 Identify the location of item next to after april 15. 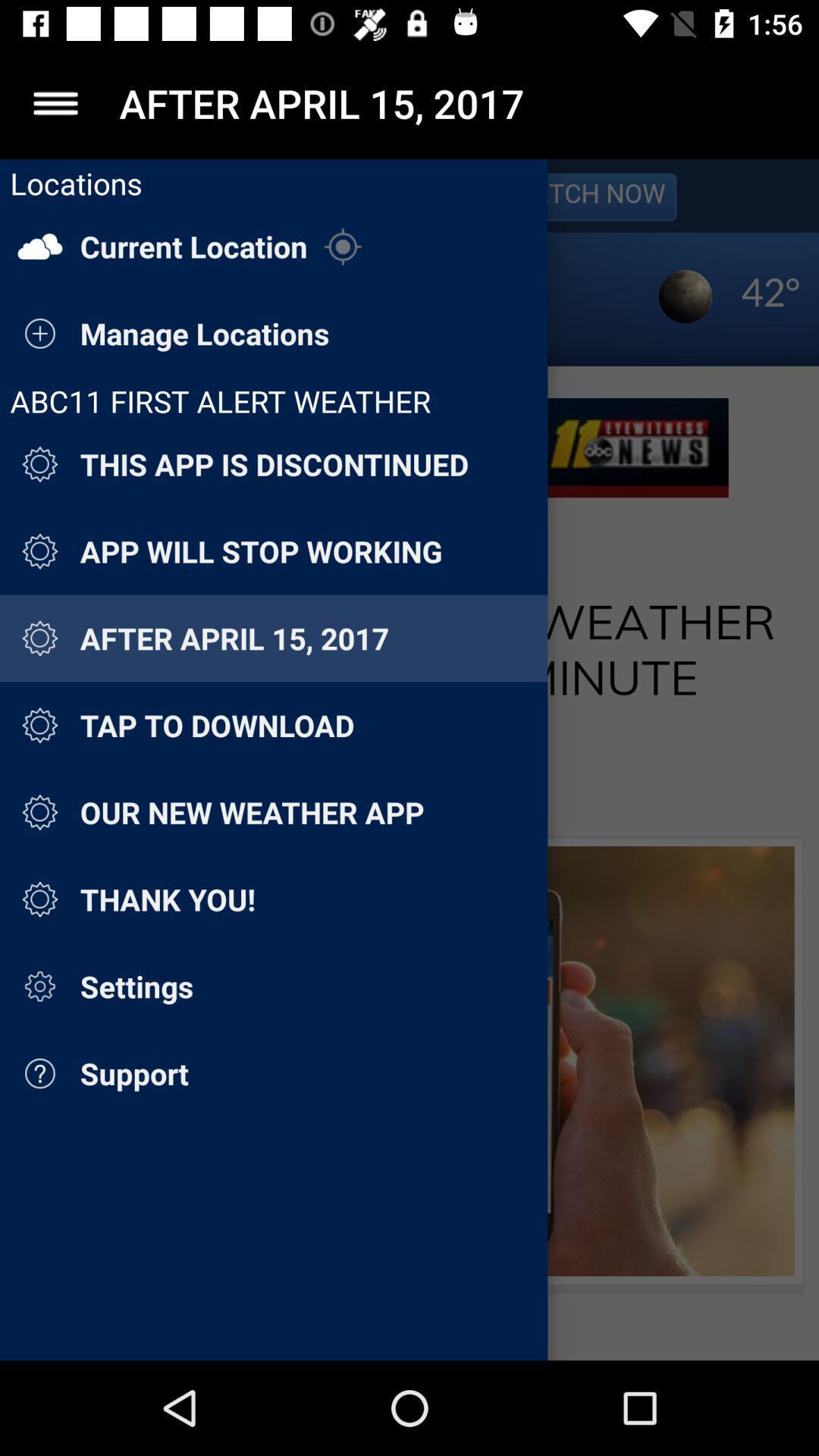
(55, 102).